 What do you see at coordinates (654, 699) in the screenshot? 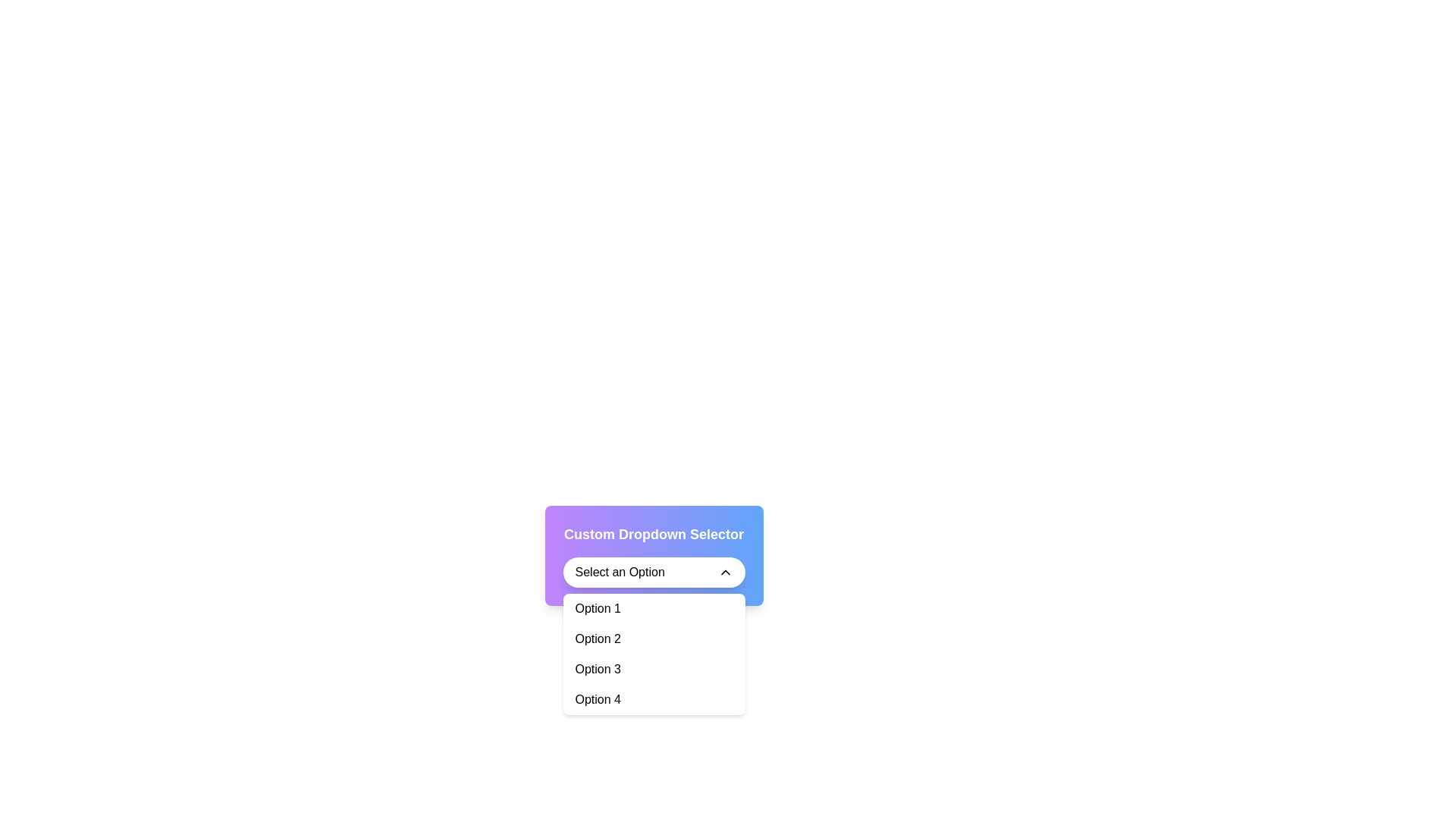
I see `the fourth menu item in the dropdown list` at bounding box center [654, 699].